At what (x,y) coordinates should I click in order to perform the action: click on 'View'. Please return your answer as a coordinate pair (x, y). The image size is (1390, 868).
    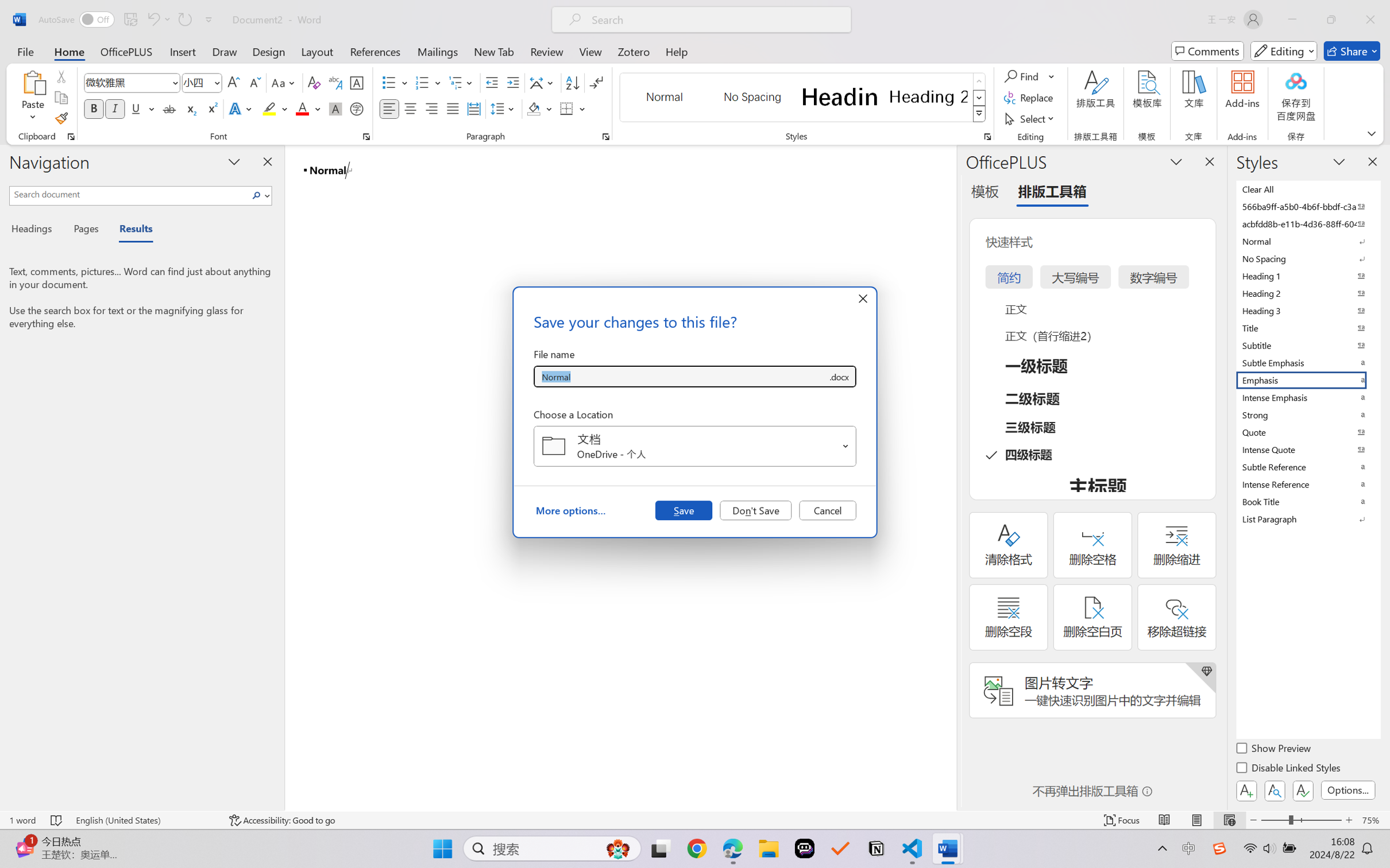
    Looking at the image, I should click on (590, 51).